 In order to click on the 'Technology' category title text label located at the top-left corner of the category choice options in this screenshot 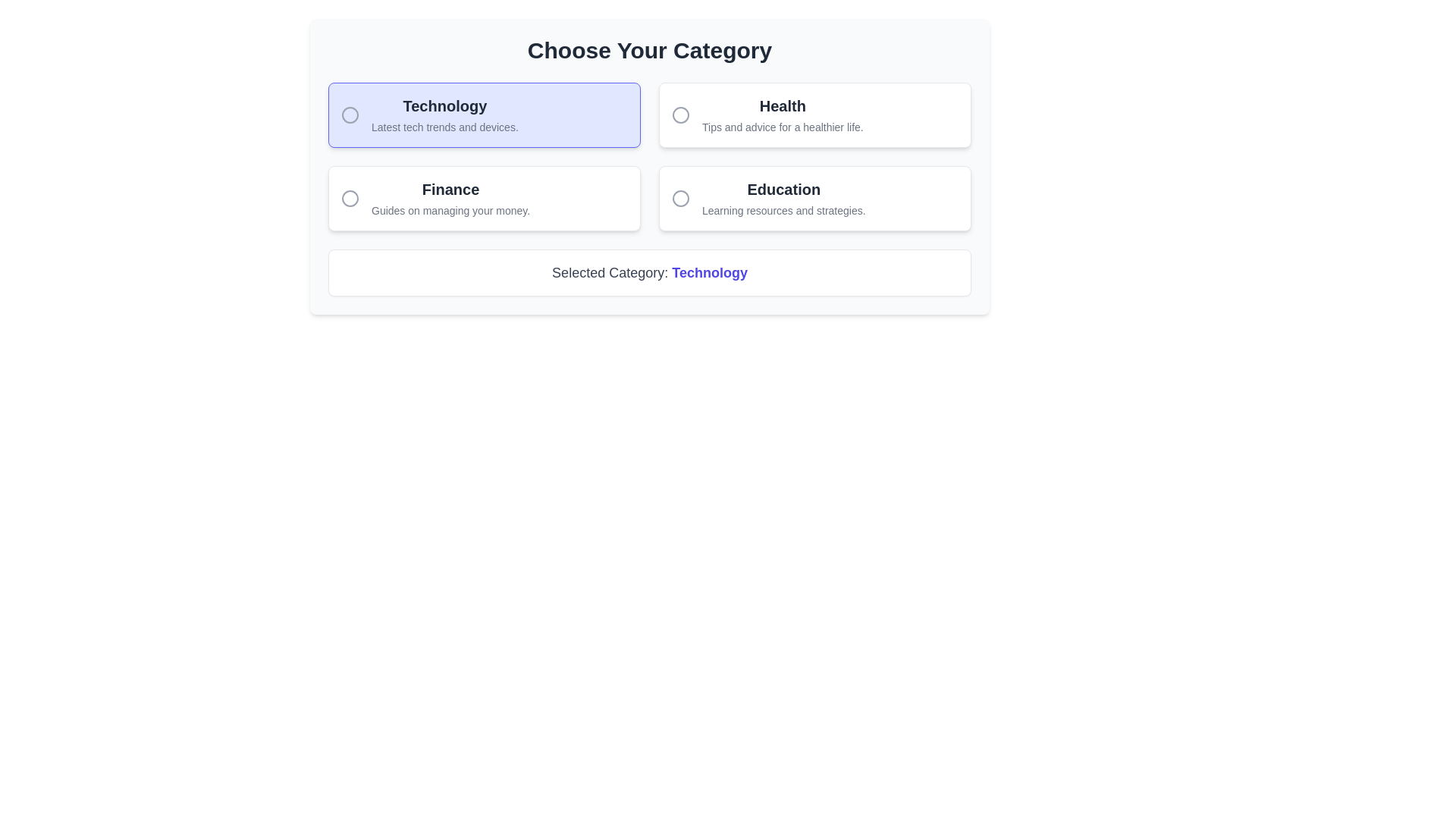, I will do `click(444, 105)`.